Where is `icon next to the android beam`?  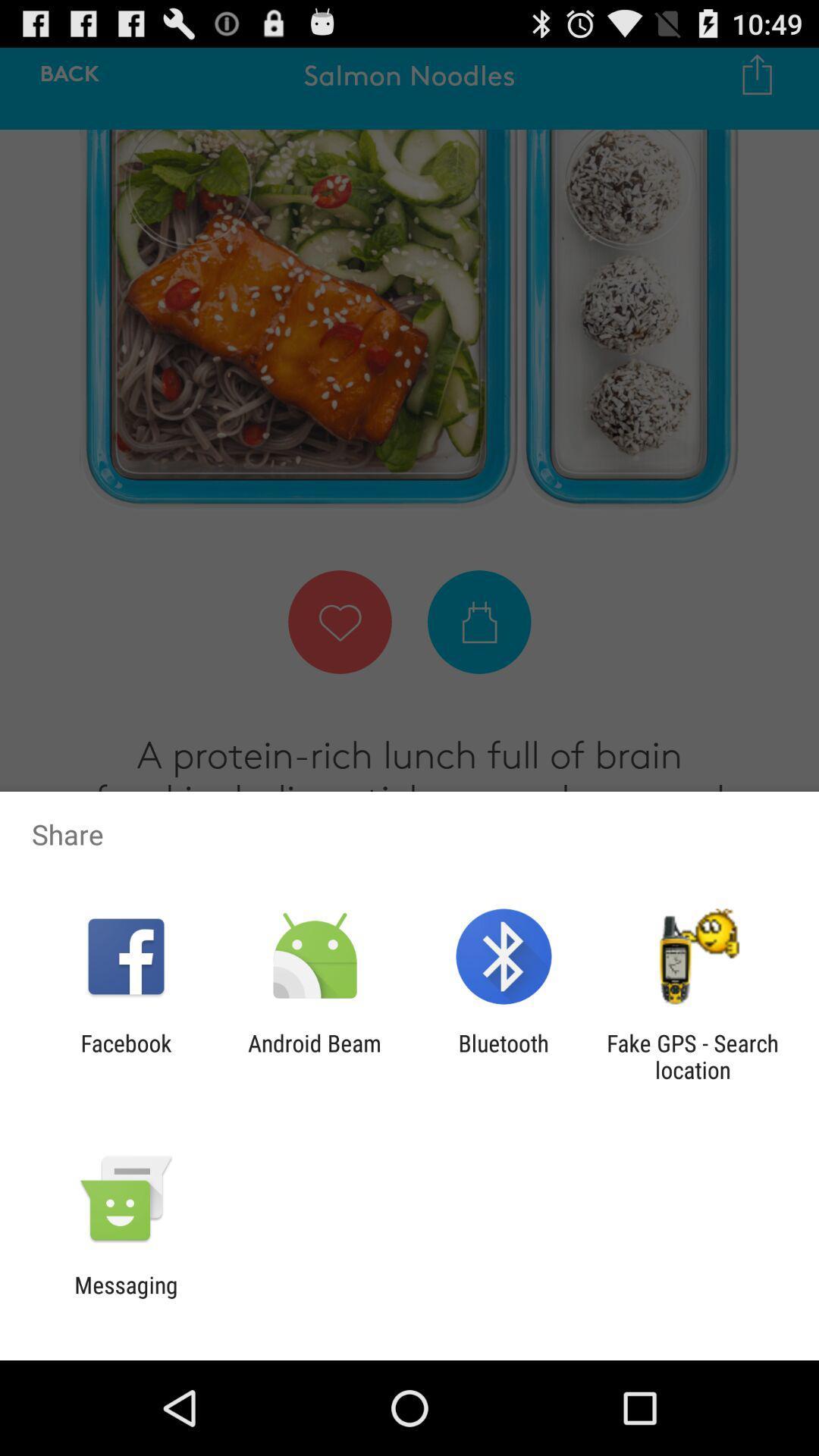
icon next to the android beam is located at coordinates (504, 1056).